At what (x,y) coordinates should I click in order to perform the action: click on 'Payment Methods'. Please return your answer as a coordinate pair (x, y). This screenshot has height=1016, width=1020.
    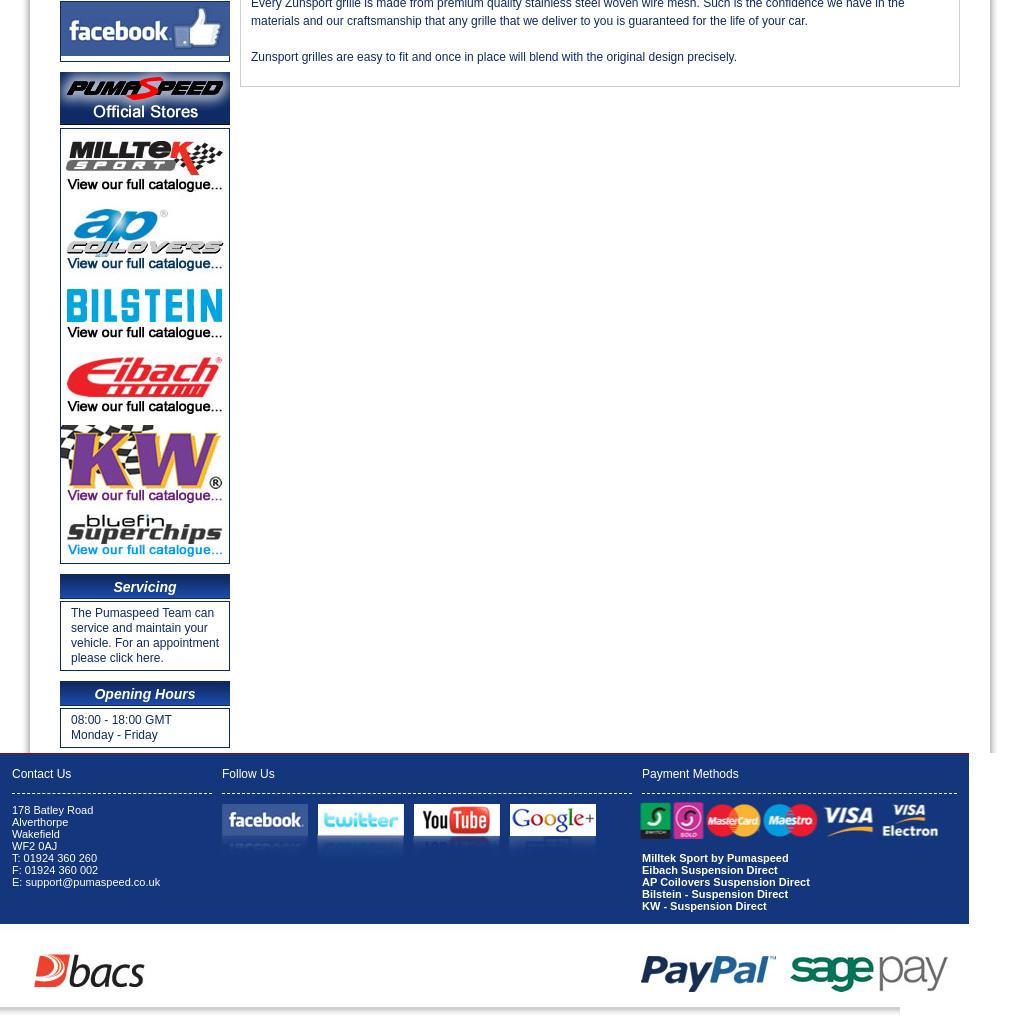
    Looking at the image, I should click on (689, 772).